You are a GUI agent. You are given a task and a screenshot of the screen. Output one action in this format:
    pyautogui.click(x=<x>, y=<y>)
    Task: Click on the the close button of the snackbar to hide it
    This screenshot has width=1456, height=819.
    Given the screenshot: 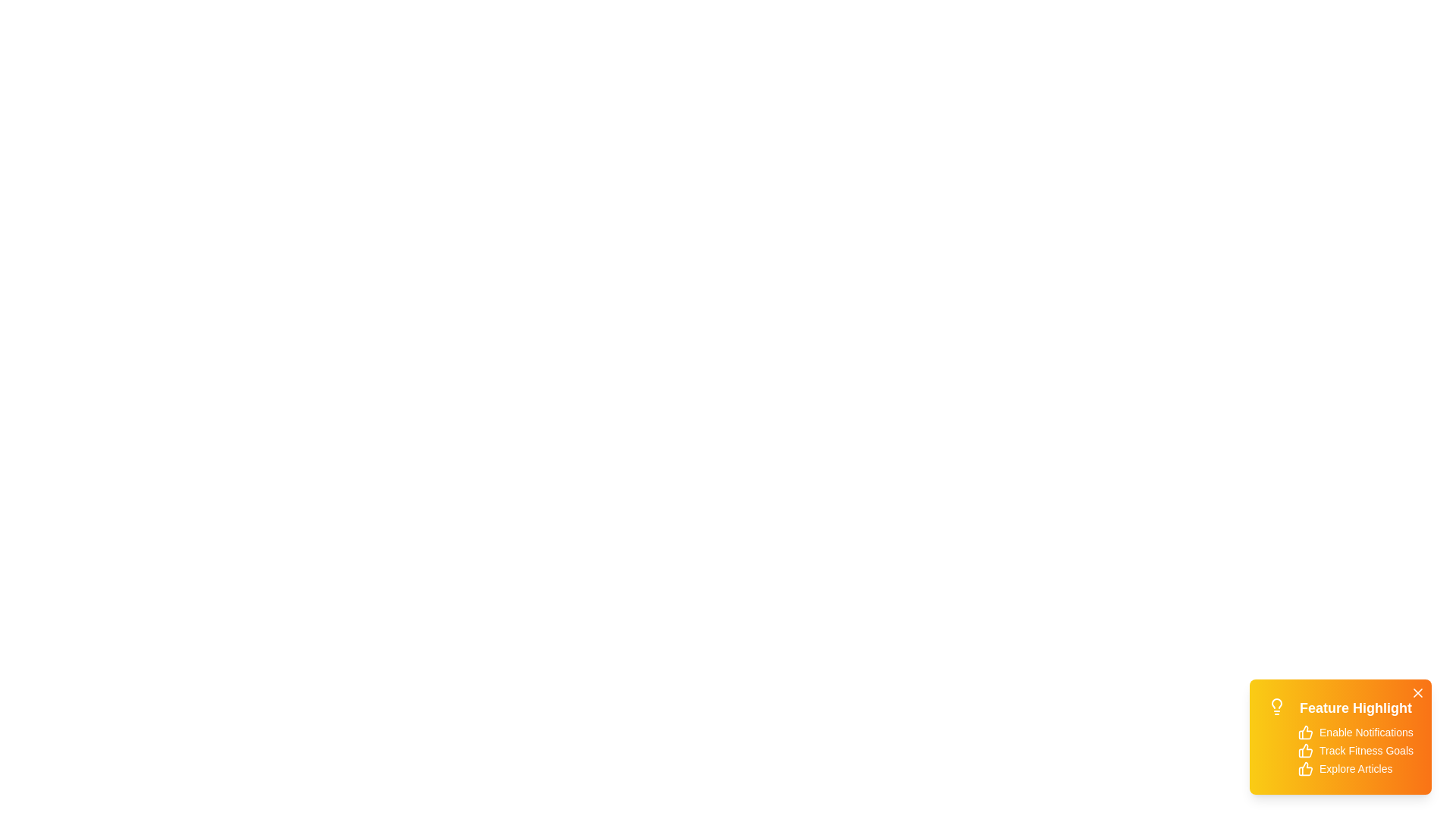 What is the action you would take?
    pyautogui.click(x=1417, y=693)
    